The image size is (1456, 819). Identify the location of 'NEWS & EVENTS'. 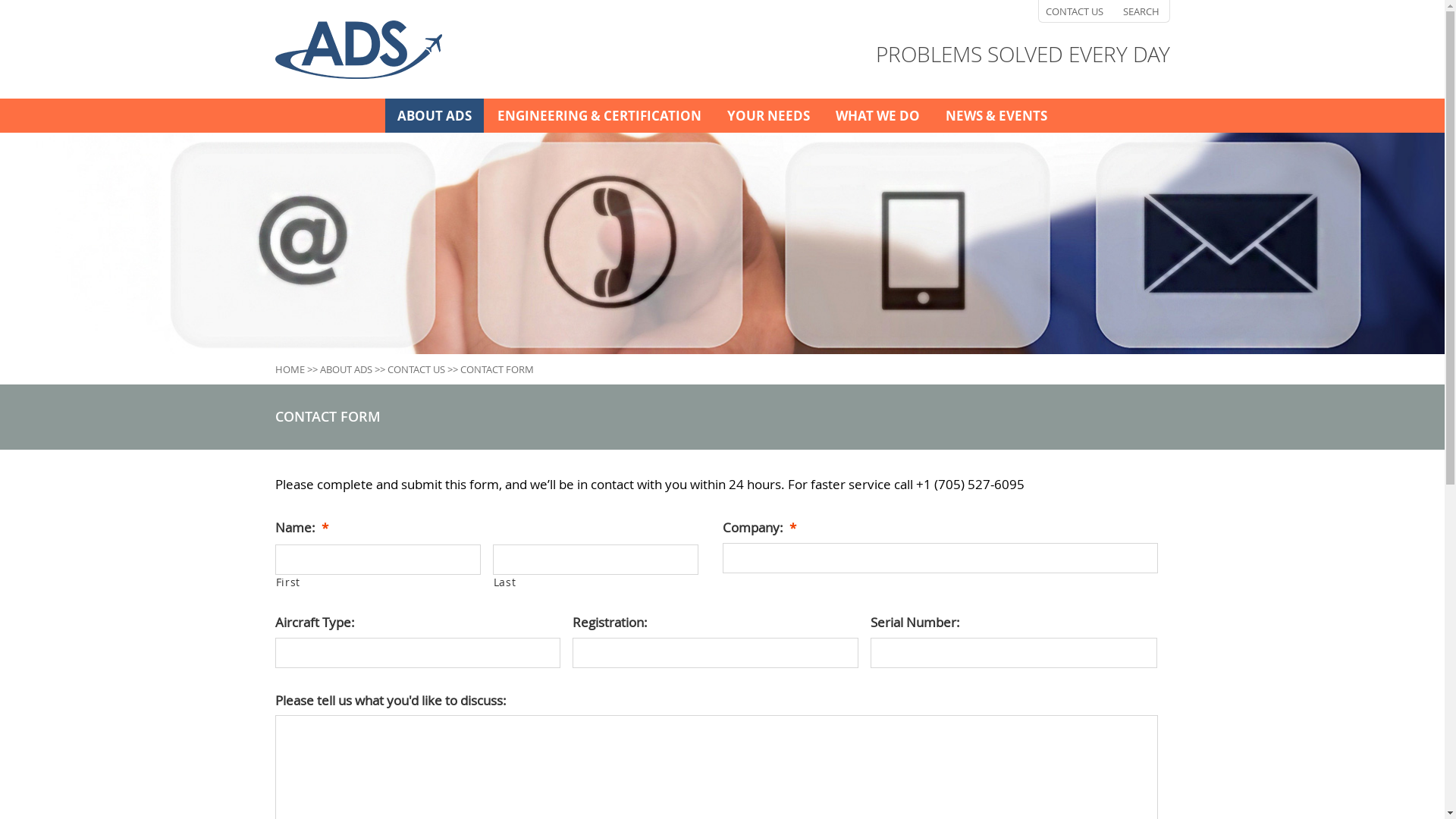
(931, 115).